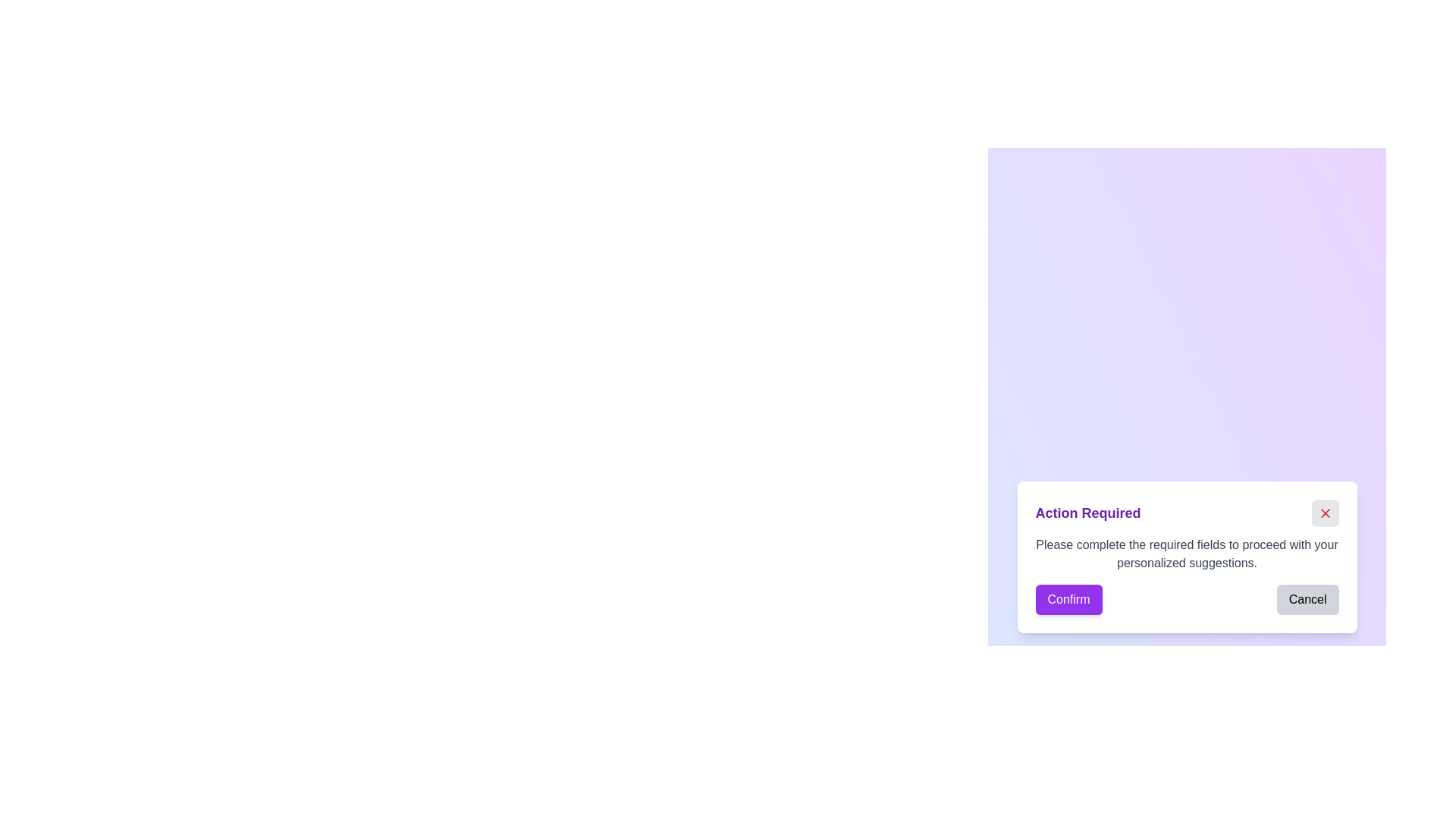 The height and width of the screenshot is (819, 1456). What do you see at coordinates (1324, 513) in the screenshot?
I see `the red 'X' icon button located in the top-right corner of the 'Action Required' modal dialog` at bounding box center [1324, 513].